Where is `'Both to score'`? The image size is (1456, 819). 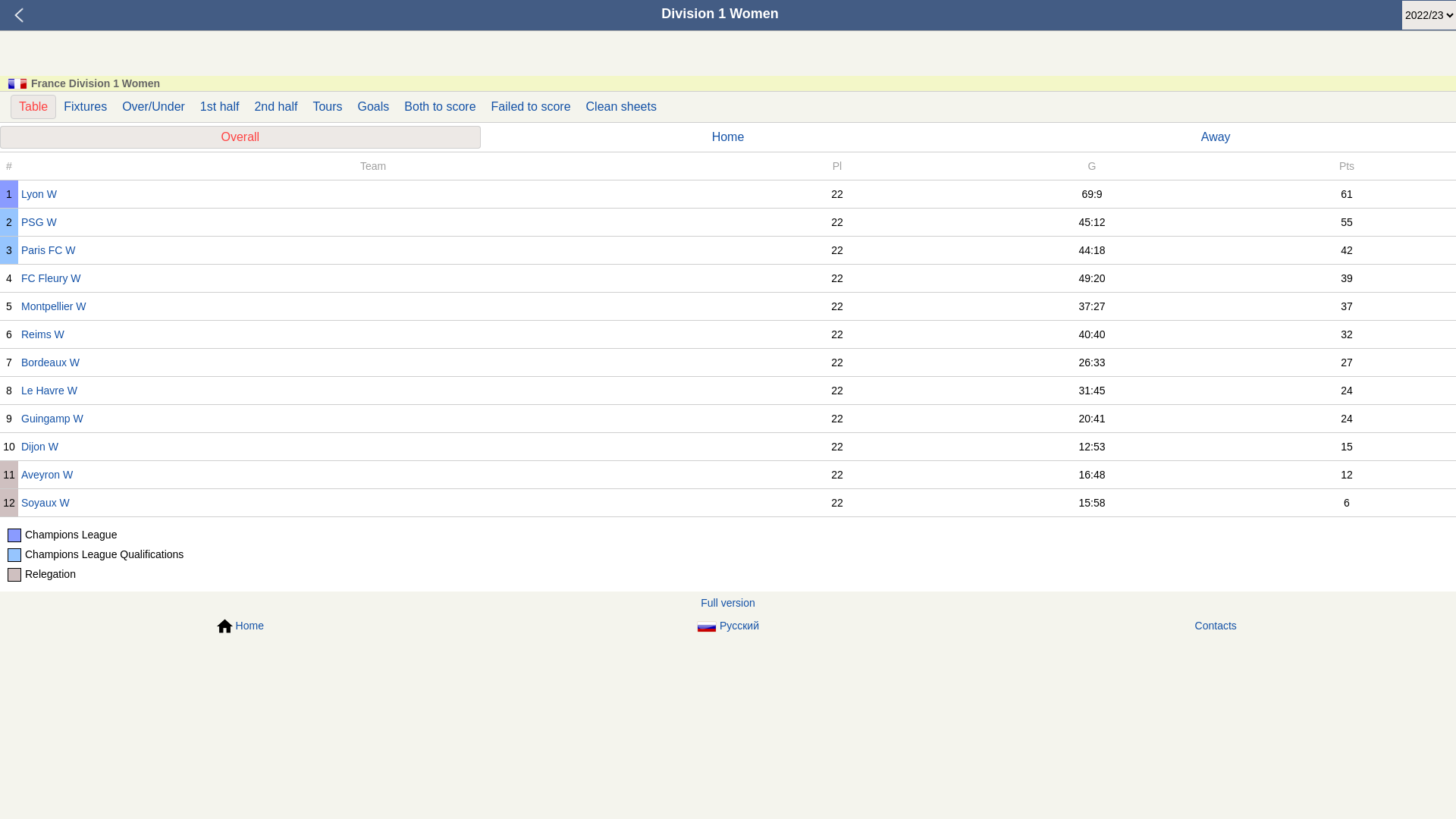
'Both to score' is located at coordinates (397, 106).